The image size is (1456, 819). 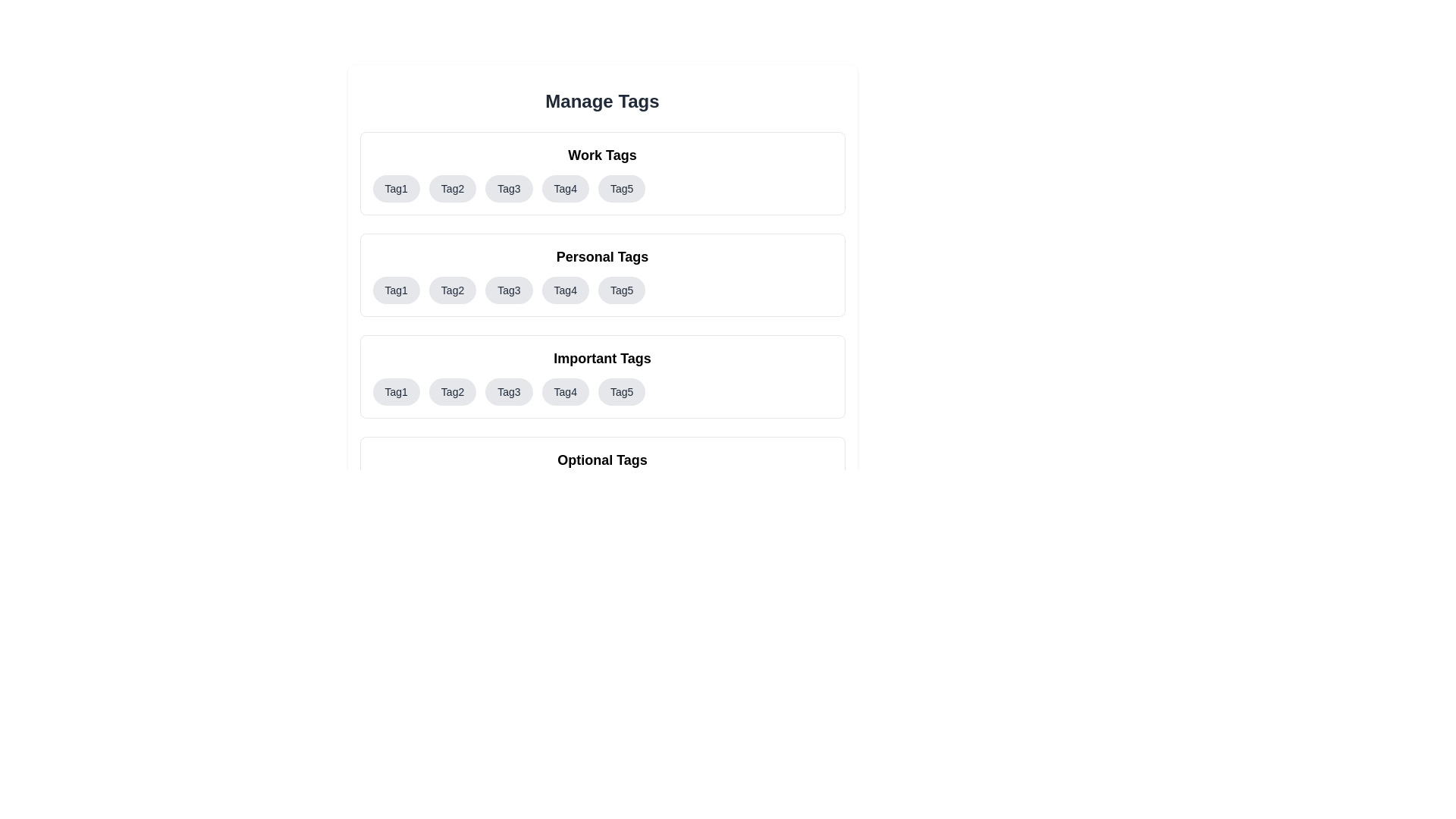 What do you see at coordinates (622, 188) in the screenshot?
I see `the fifth button labeled 'Tag5' in the 'Work Tags' section` at bounding box center [622, 188].